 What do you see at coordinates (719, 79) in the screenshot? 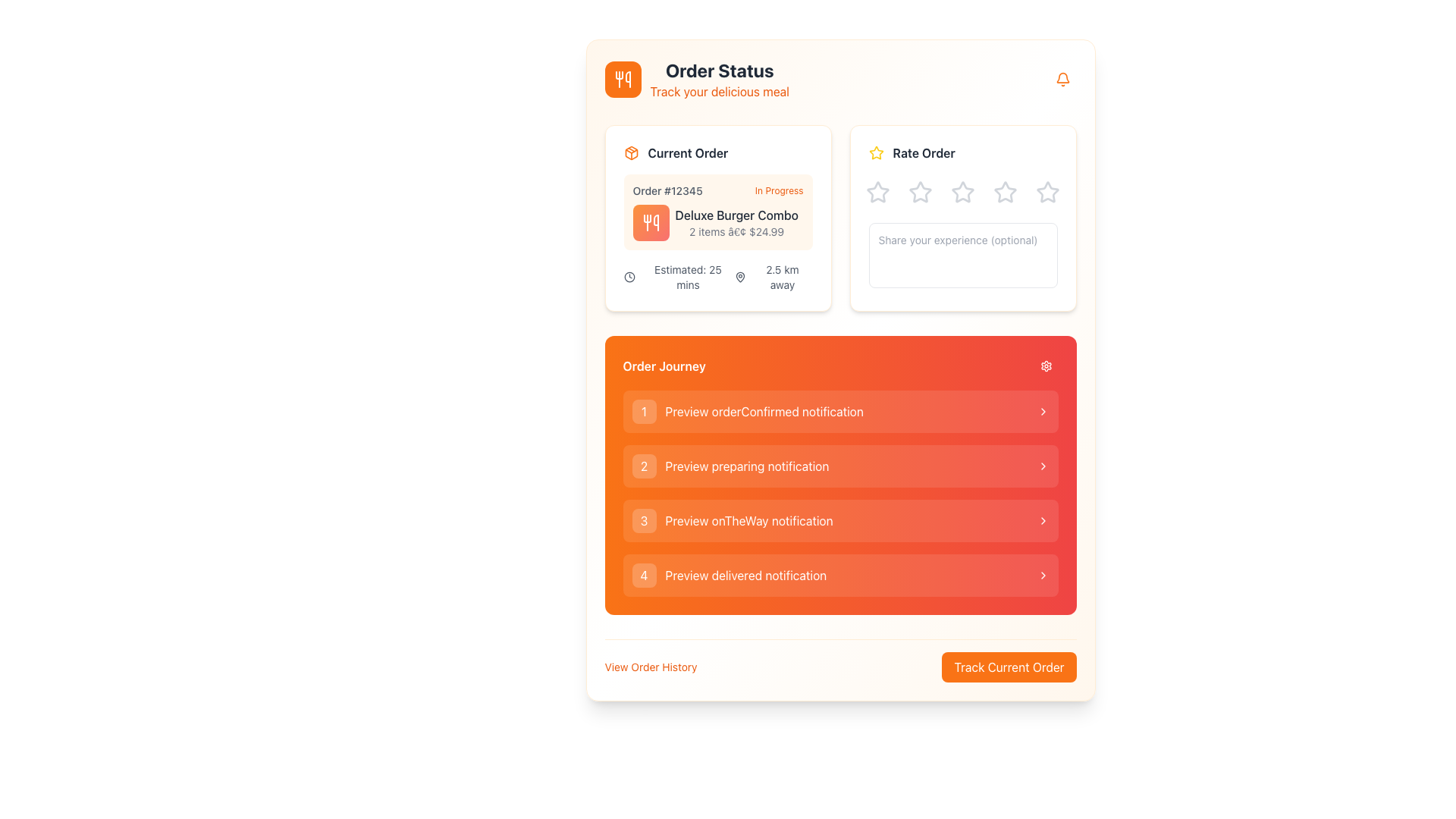
I see `the 'Order Status' text label that displays 'Track your delicious meal' underneath it, located to the right of the orange utensils icon at the top left corner of the application interface` at bounding box center [719, 79].